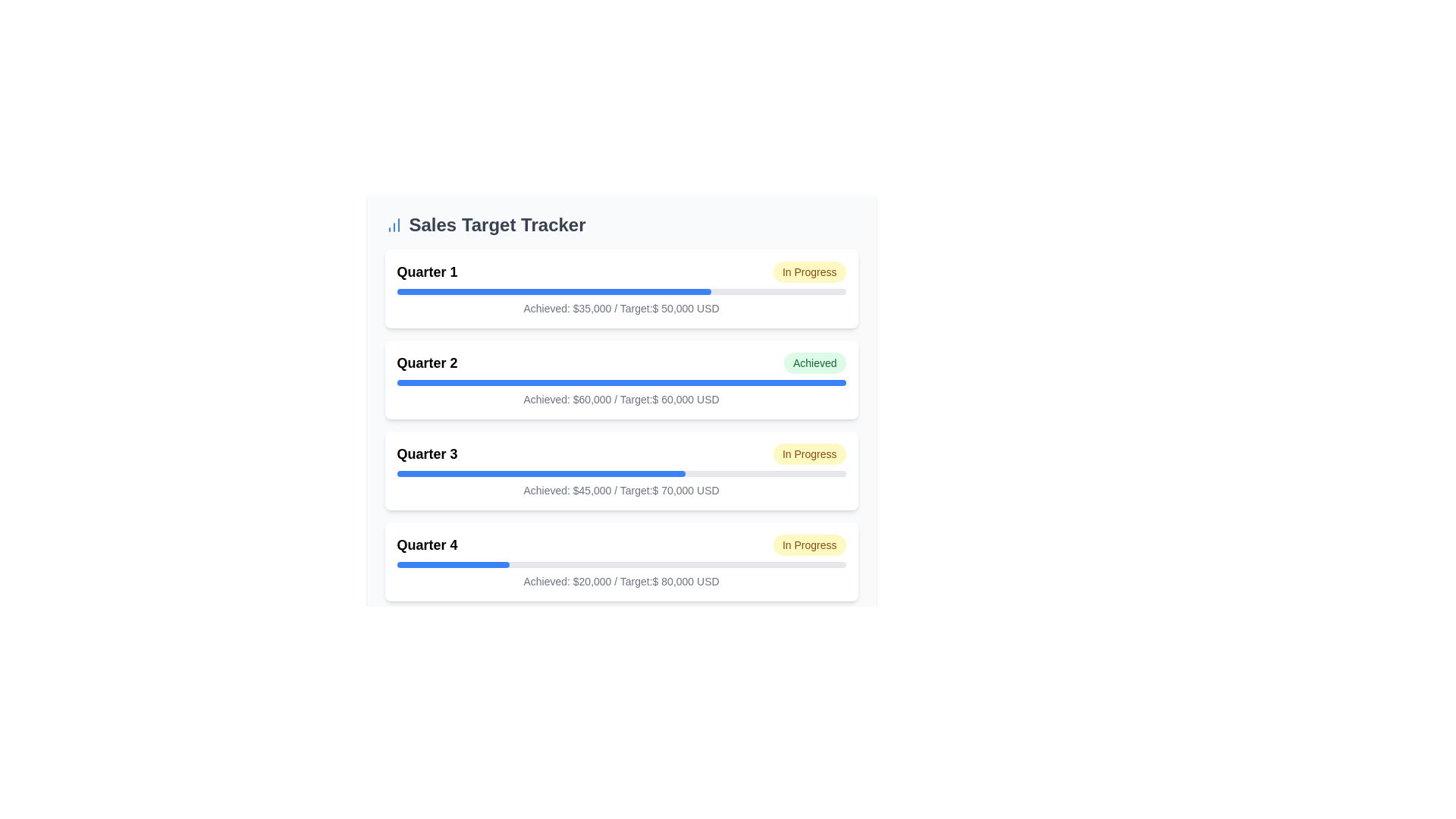 The height and width of the screenshot is (819, 1456). I want to click on the Progress Bar Segment for Quarter 3, which is a blue-filled horizontal progress bar within a gray bar, situated between the quarter's numerical representation and its monetary goals, so click(541, 472).